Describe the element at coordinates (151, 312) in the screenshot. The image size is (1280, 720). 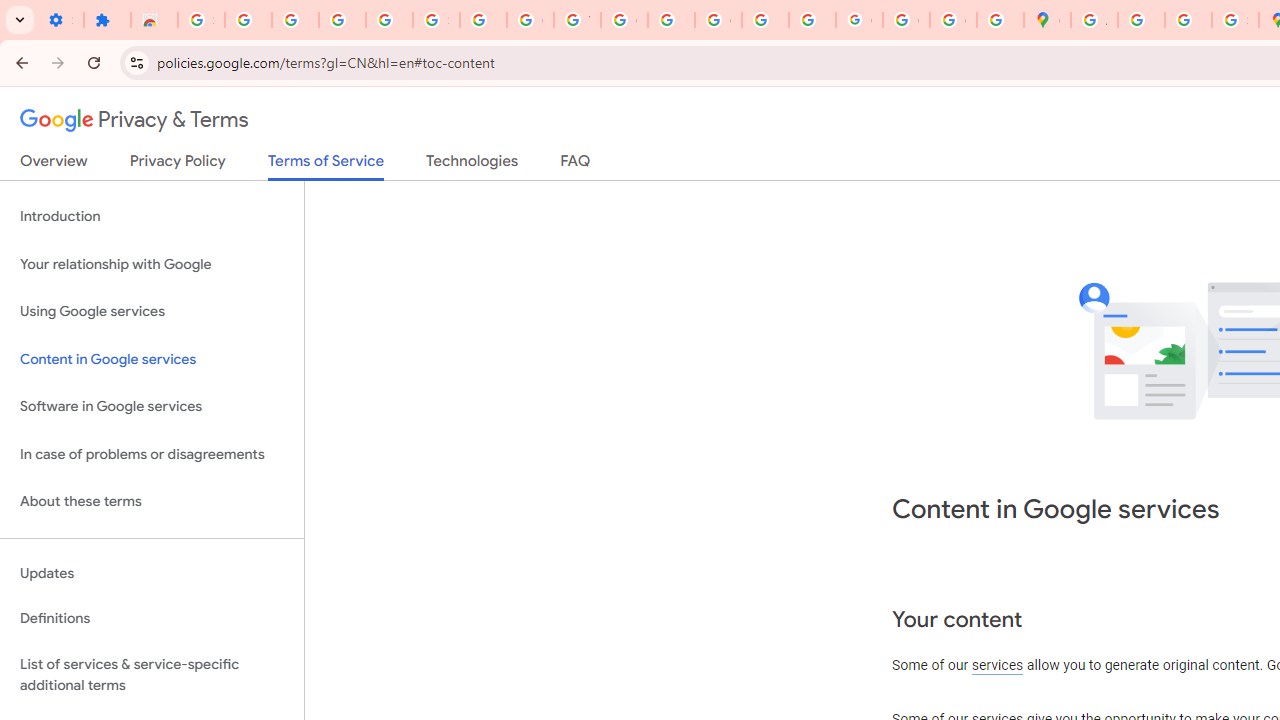
I see `'Using Google services'` at that location.